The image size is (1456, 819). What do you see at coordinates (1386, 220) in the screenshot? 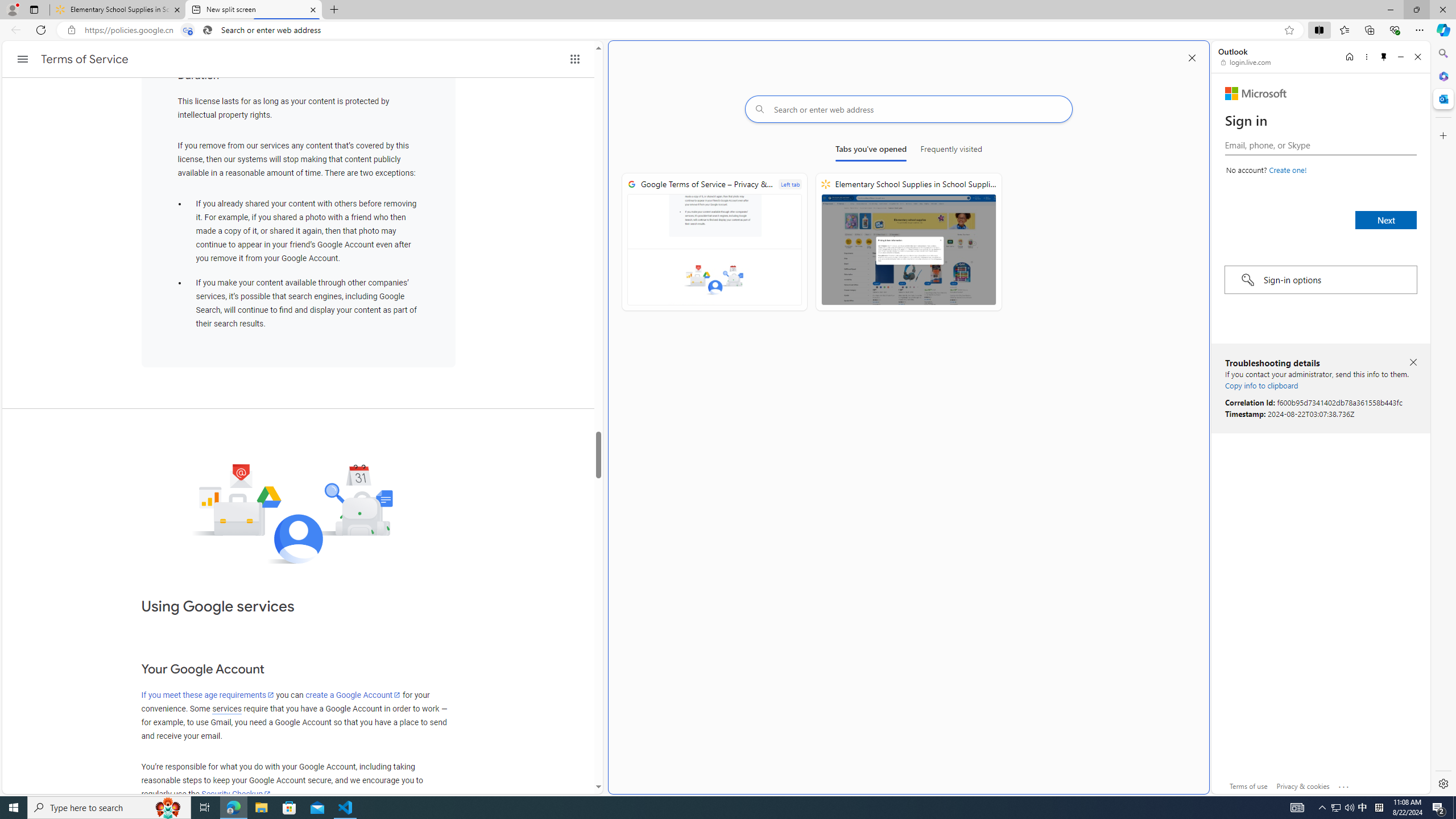
I see `'Next'` at bounding box center [1386, 220].